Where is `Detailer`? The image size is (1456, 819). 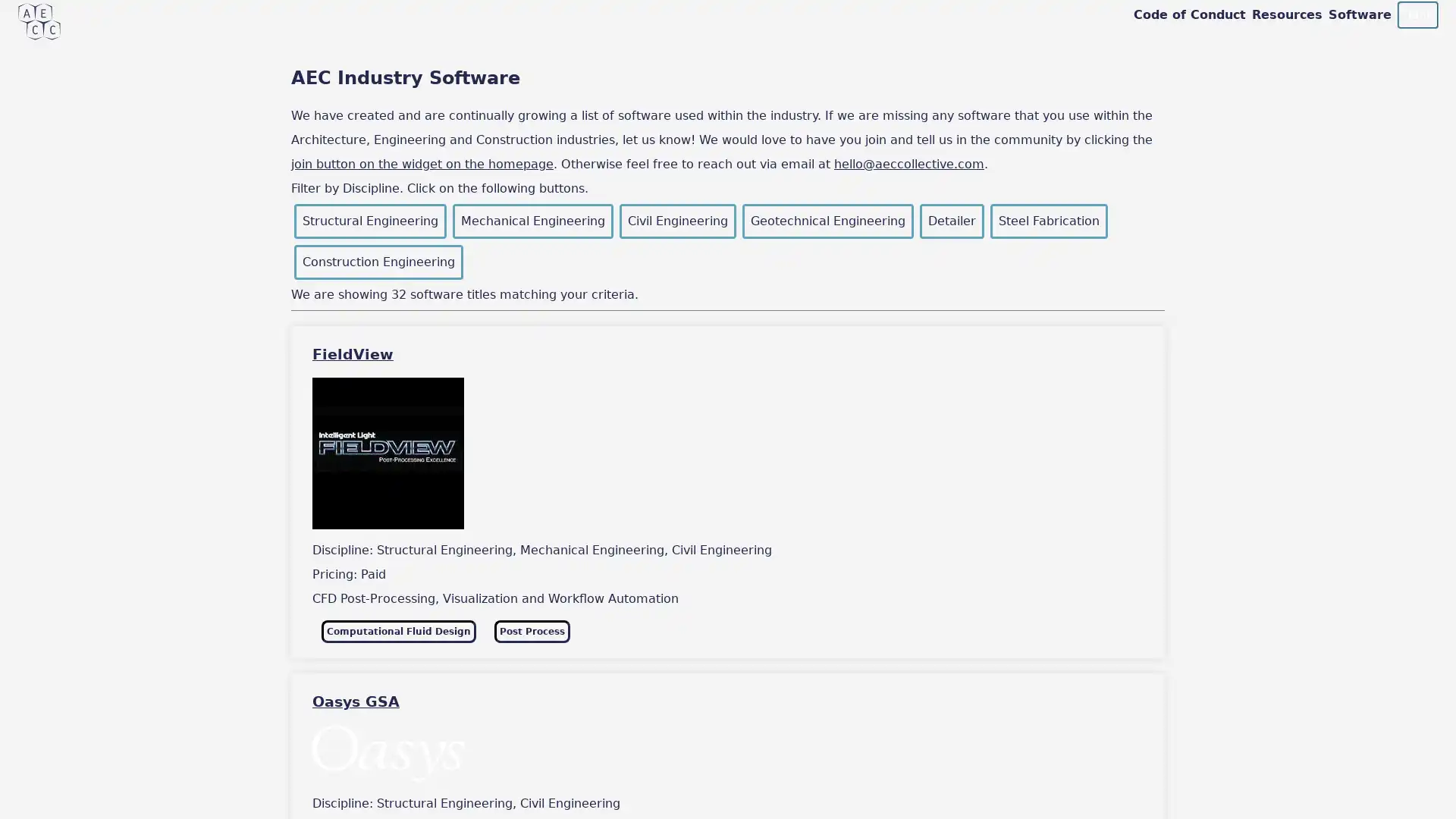 Detailer is located at coordinates (951, 221).